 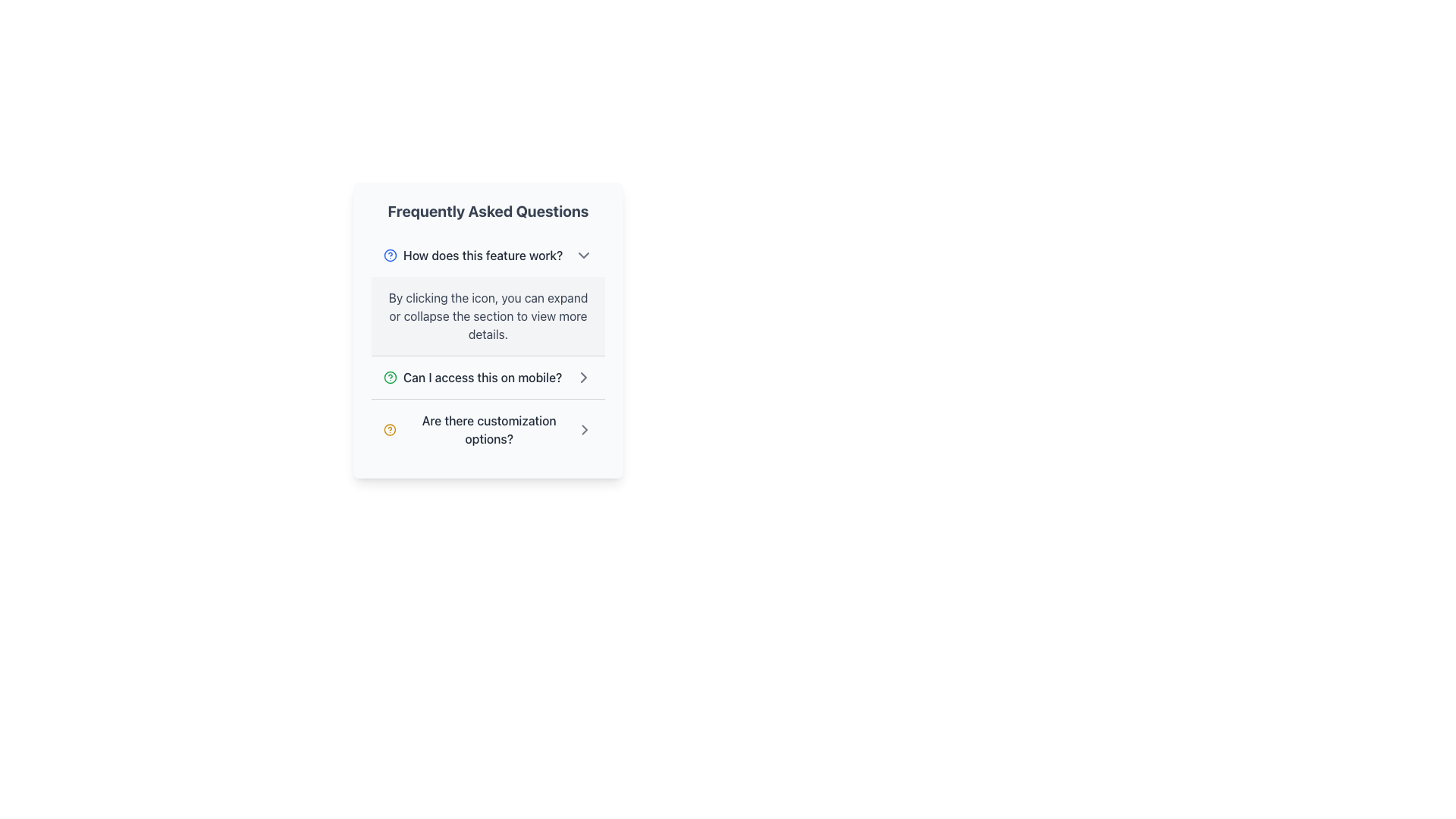 I want to click on the first FAQ entry text with icon, so click(x=472, y=254).